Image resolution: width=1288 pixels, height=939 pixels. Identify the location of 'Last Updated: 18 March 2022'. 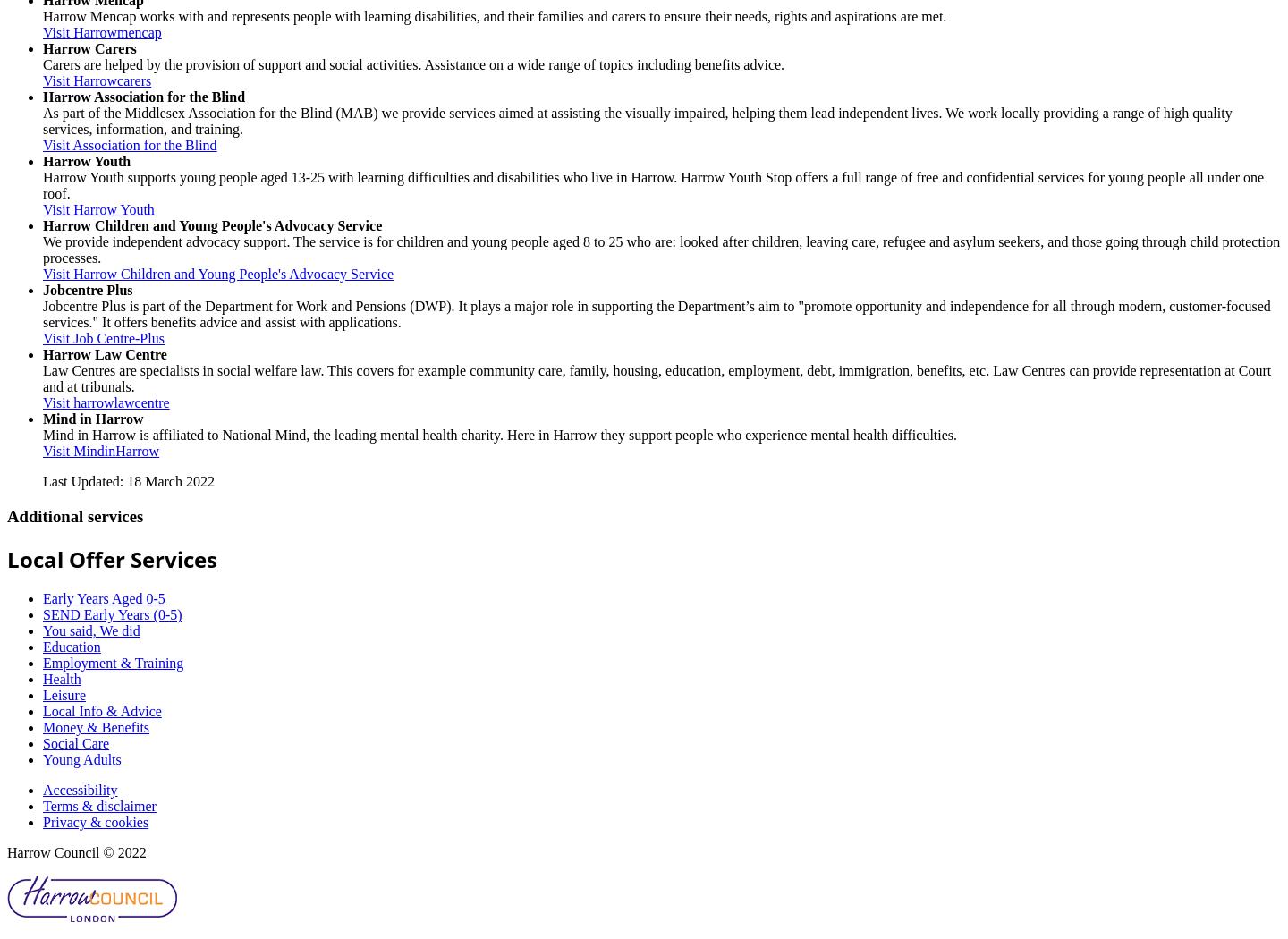
(127, 480).